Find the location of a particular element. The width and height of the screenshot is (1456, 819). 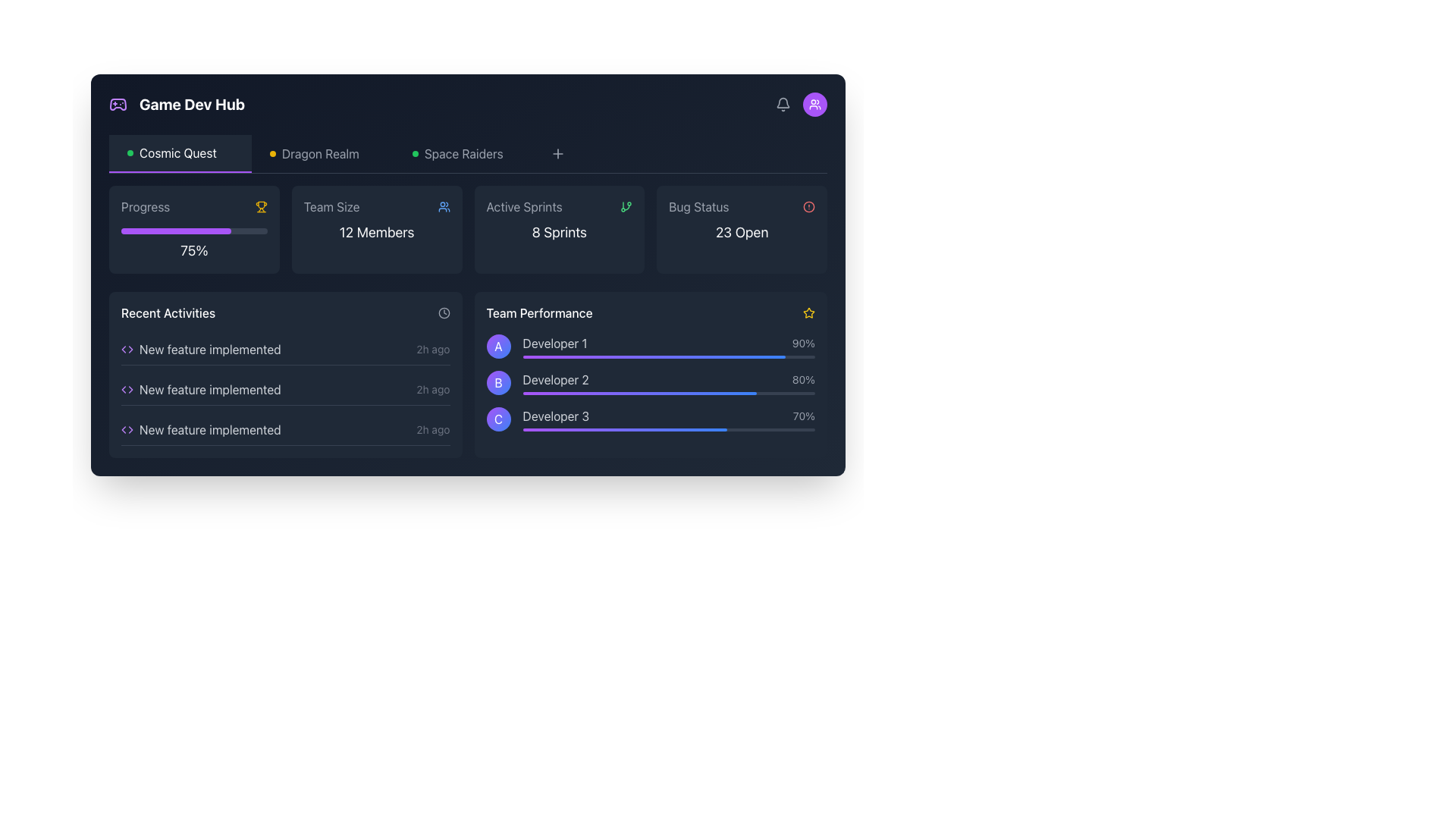

the bell-shaped notification icon located in the top-right corner of the interface is located at coordinates (783, 102).